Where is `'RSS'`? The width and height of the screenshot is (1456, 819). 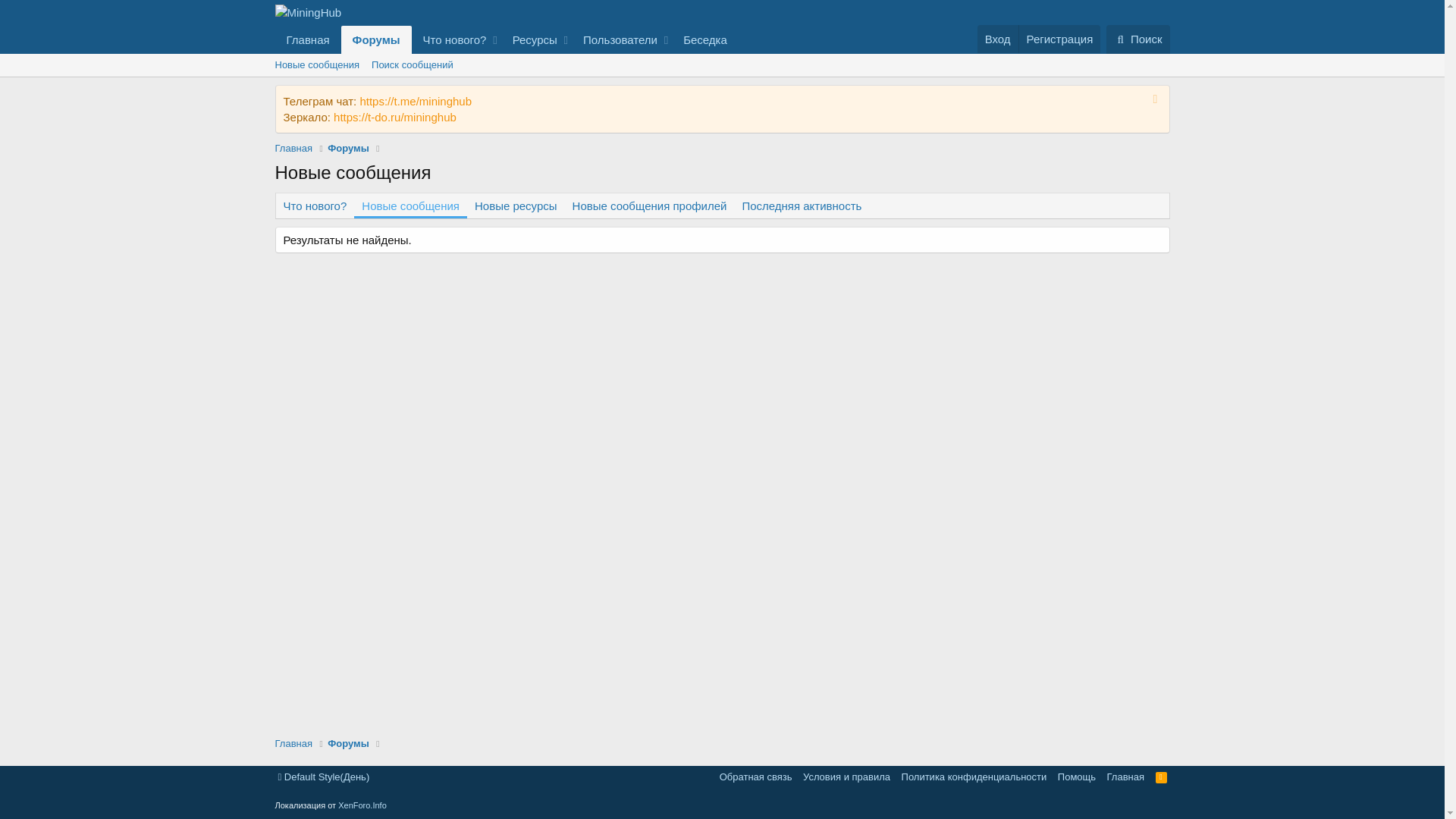
'RSS' is located at coordinates (1160, 777).